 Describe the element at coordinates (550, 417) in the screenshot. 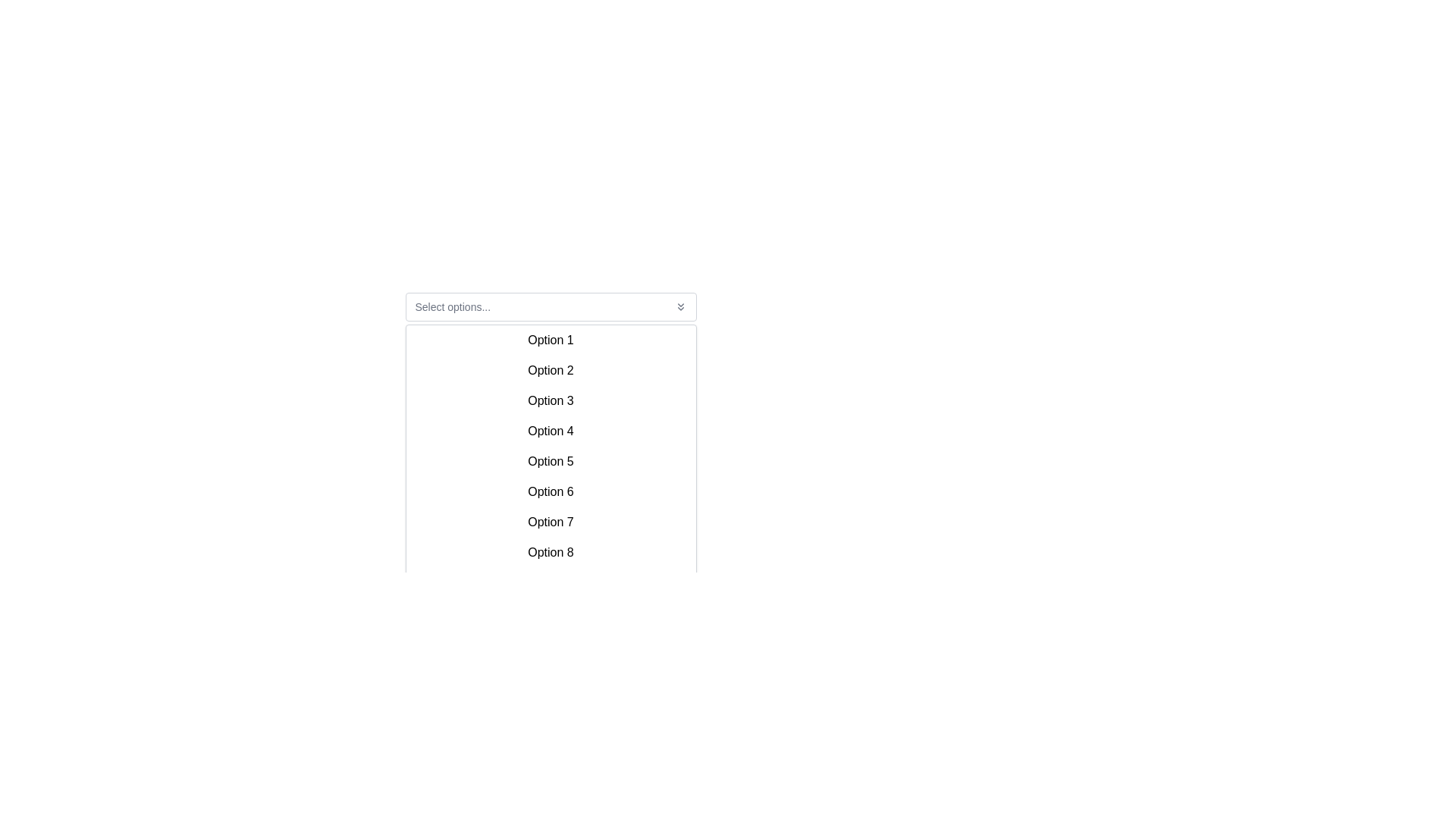

I see `an option from the vertically oriented selection list or dropdown menu that has a white background and options labeled from 'Option 1' to 'Option 20'` at that location.